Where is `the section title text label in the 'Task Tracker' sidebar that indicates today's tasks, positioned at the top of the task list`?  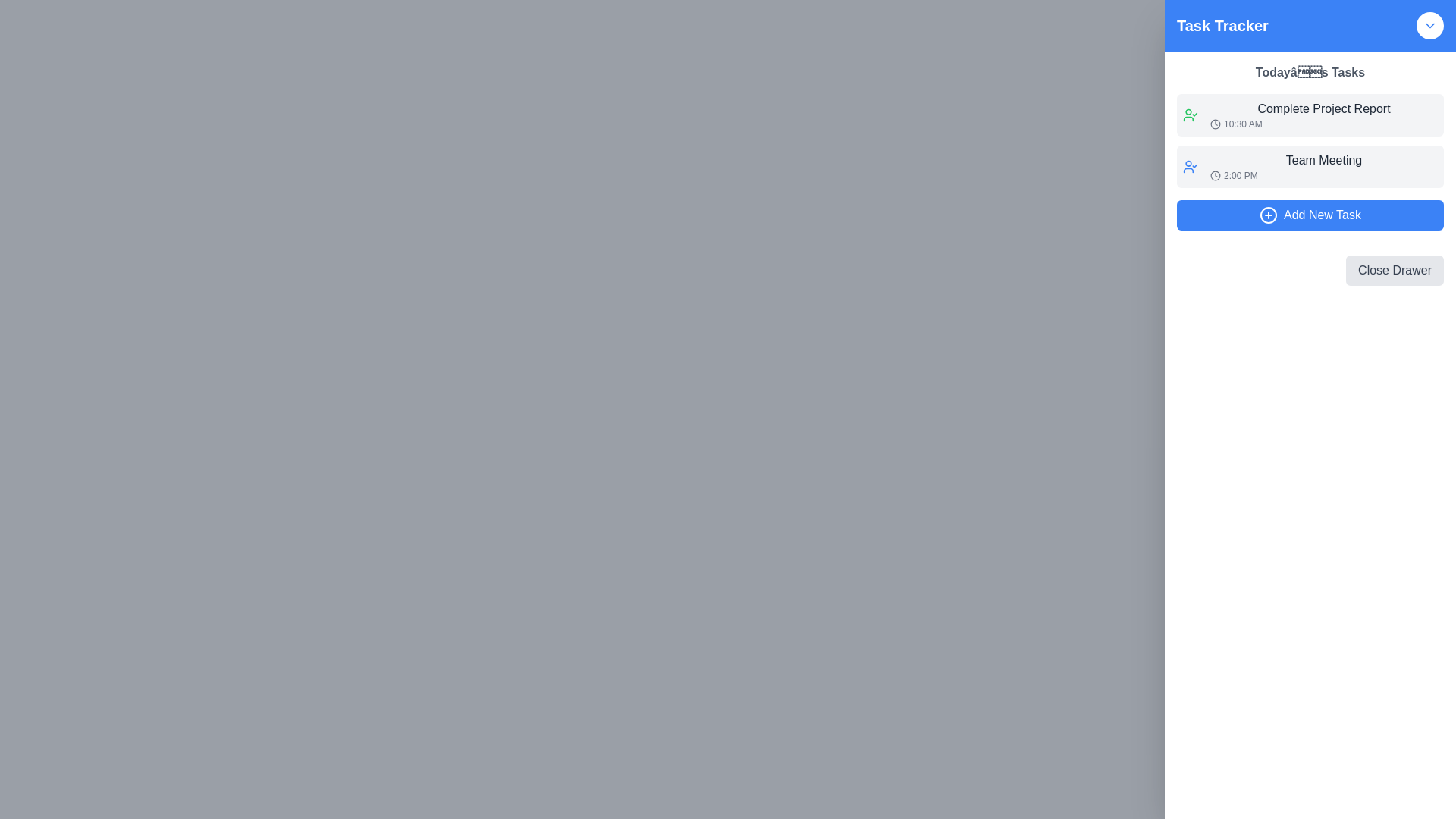 the section title text label in the 'Task Tracker' sidebar that indicates today's tasks, positioned at the top of the task list is located at coordinates (1310, 73).